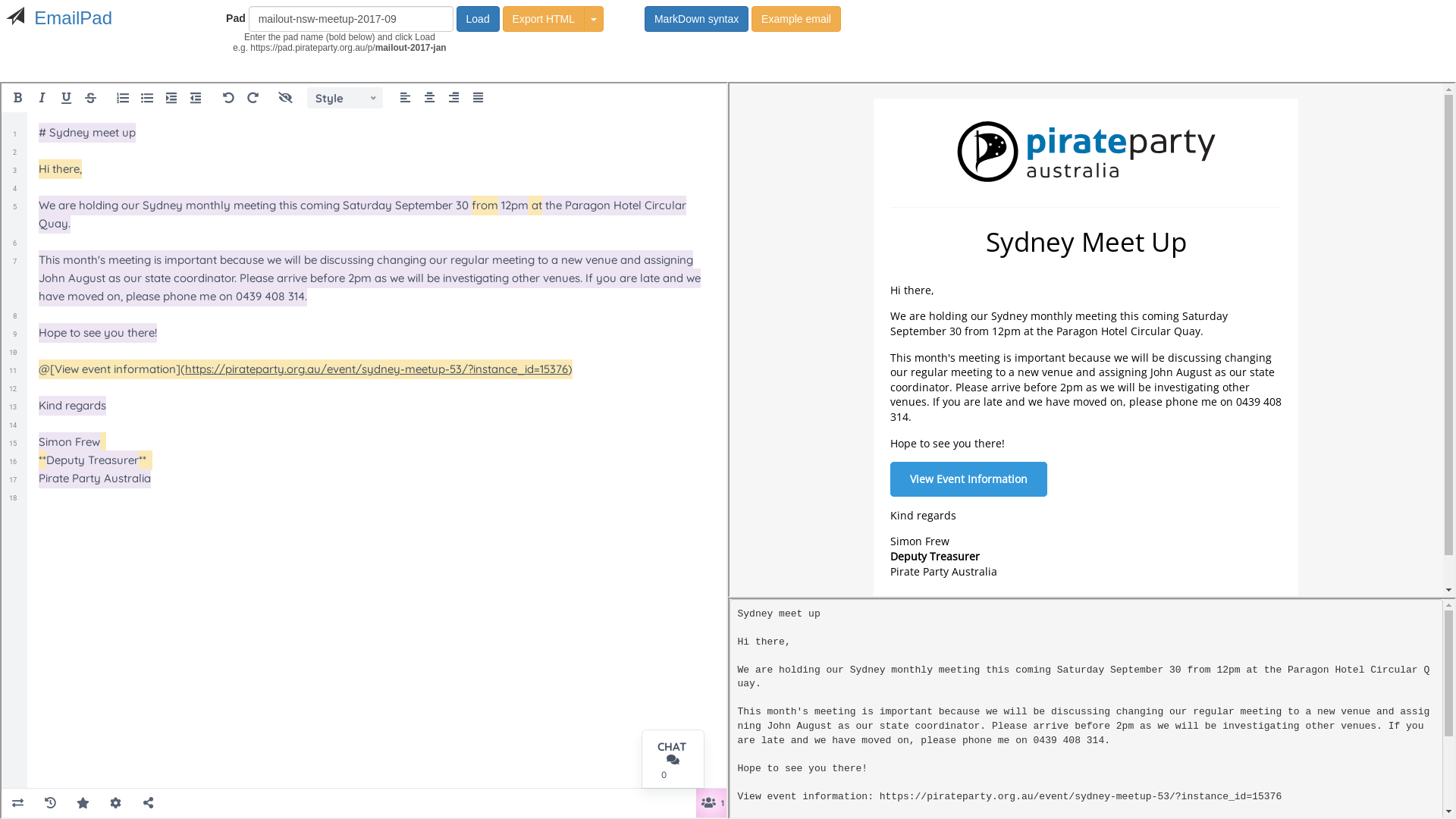  What do you see at coordinates (543, 18) in the screenshot?
I see `'Export HTML'` at bounding box center [543, 18].